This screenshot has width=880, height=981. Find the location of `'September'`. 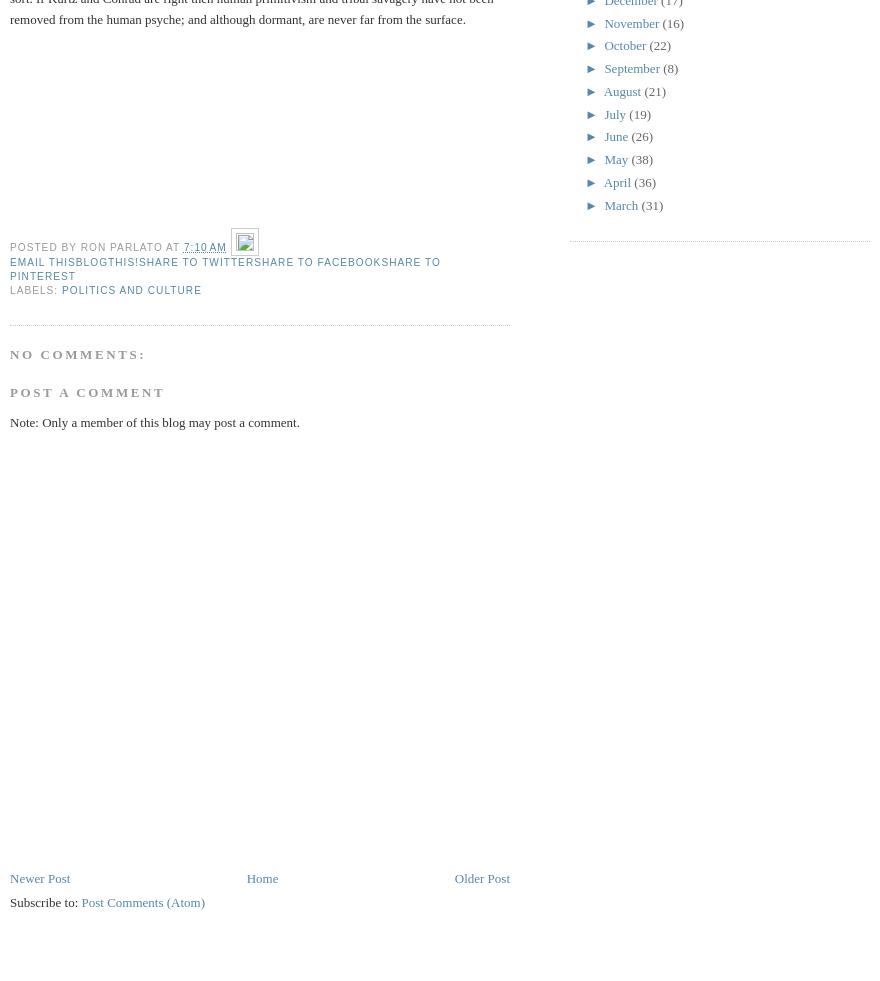

'September' is located at coordinates (633, 67).